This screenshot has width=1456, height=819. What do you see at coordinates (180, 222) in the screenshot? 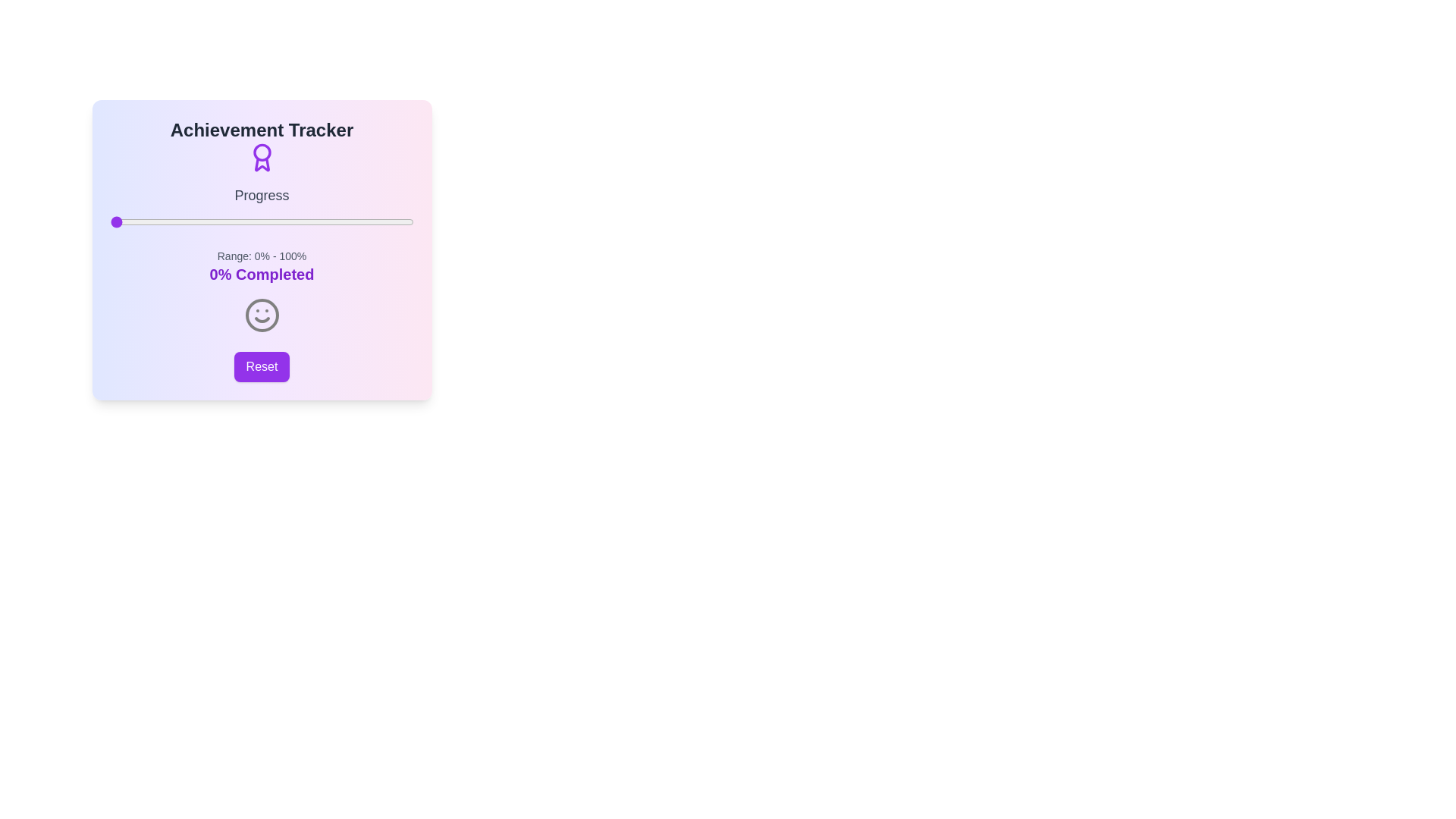
I see `the progress slider to 23%` at bounding box center [180, 222].